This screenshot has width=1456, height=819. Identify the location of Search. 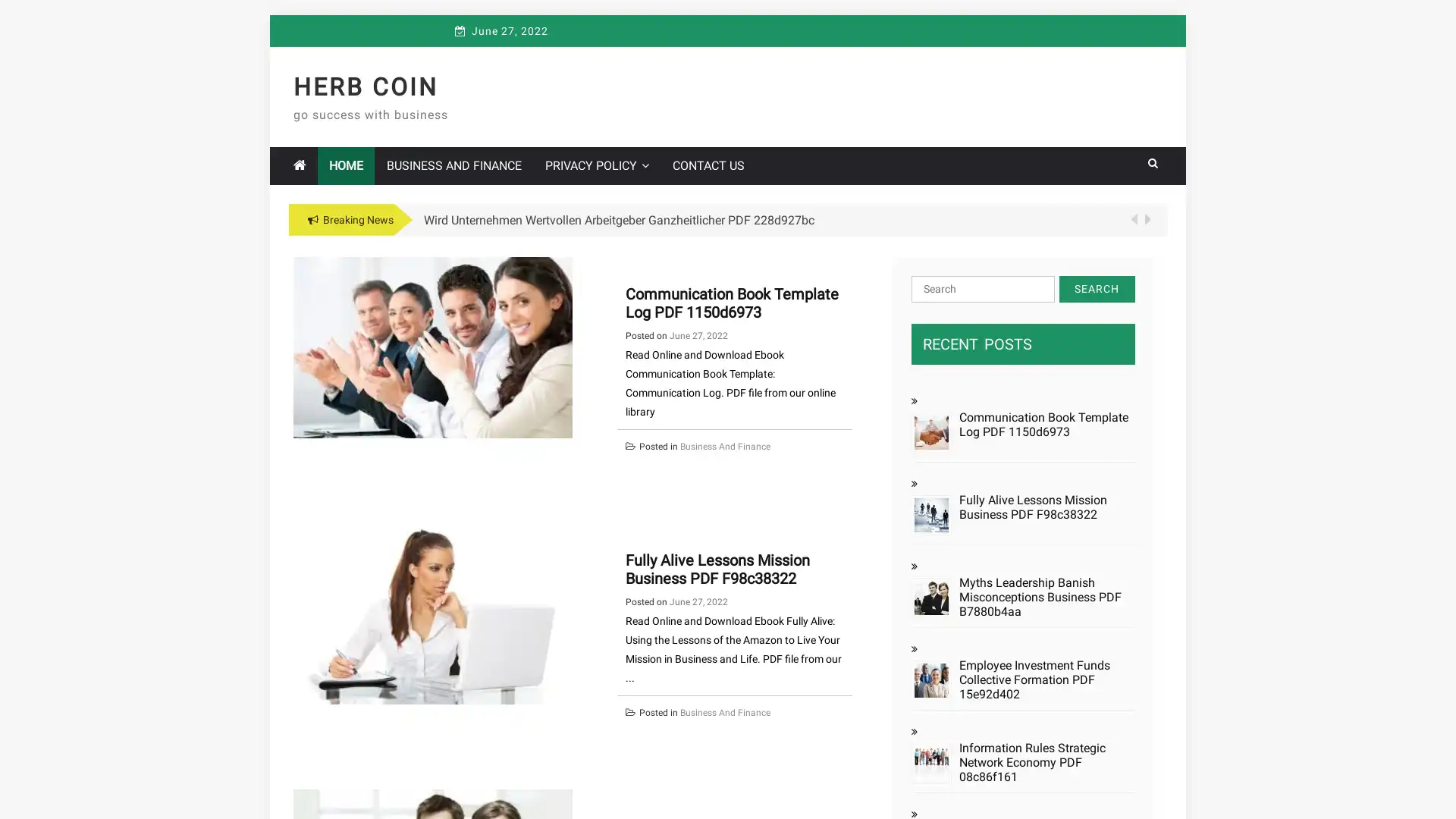
(1096, 288).